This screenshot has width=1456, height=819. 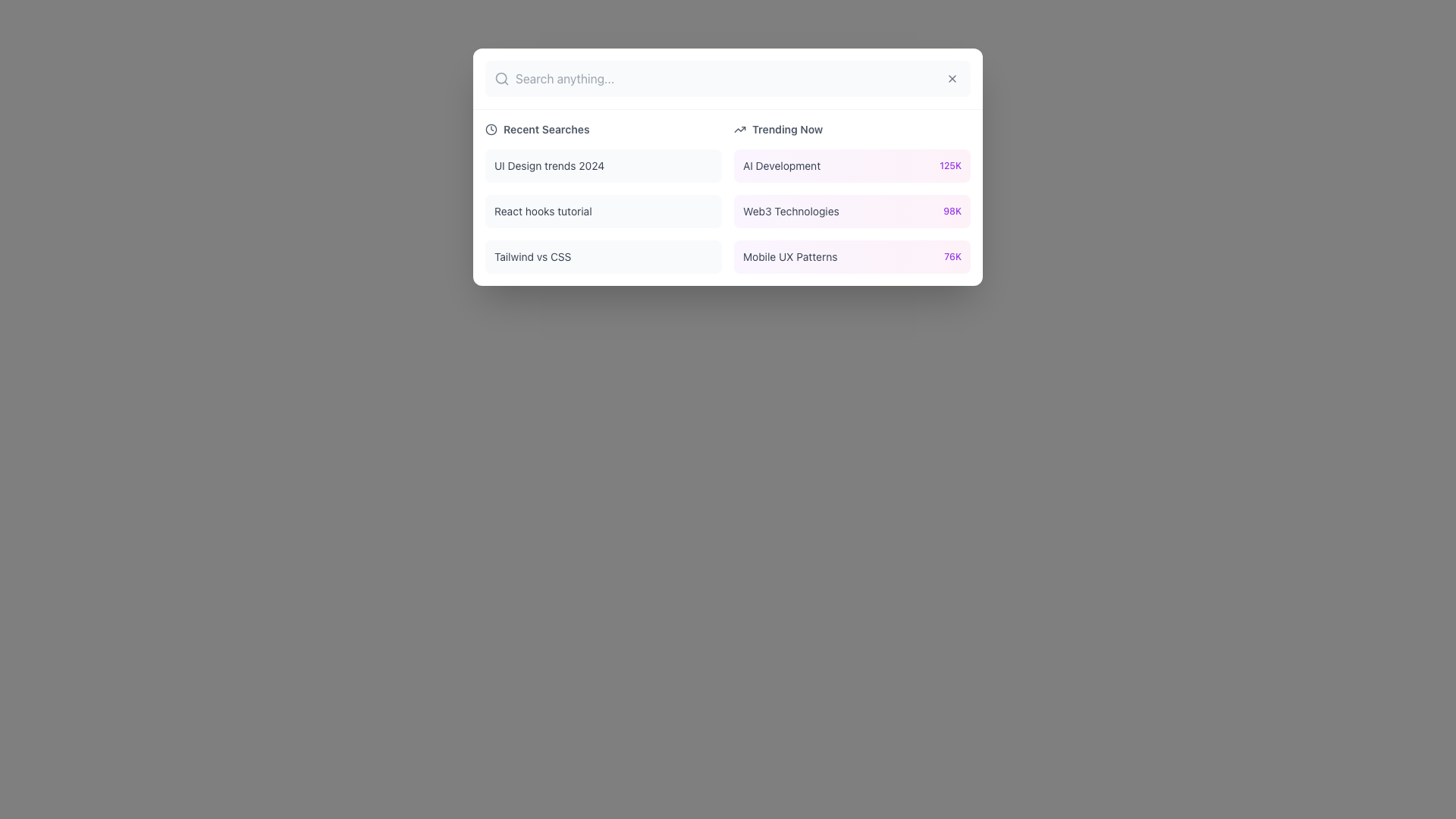 I want to click on the third button in the 'Recent Searches' list, so click(x=603, y=256).